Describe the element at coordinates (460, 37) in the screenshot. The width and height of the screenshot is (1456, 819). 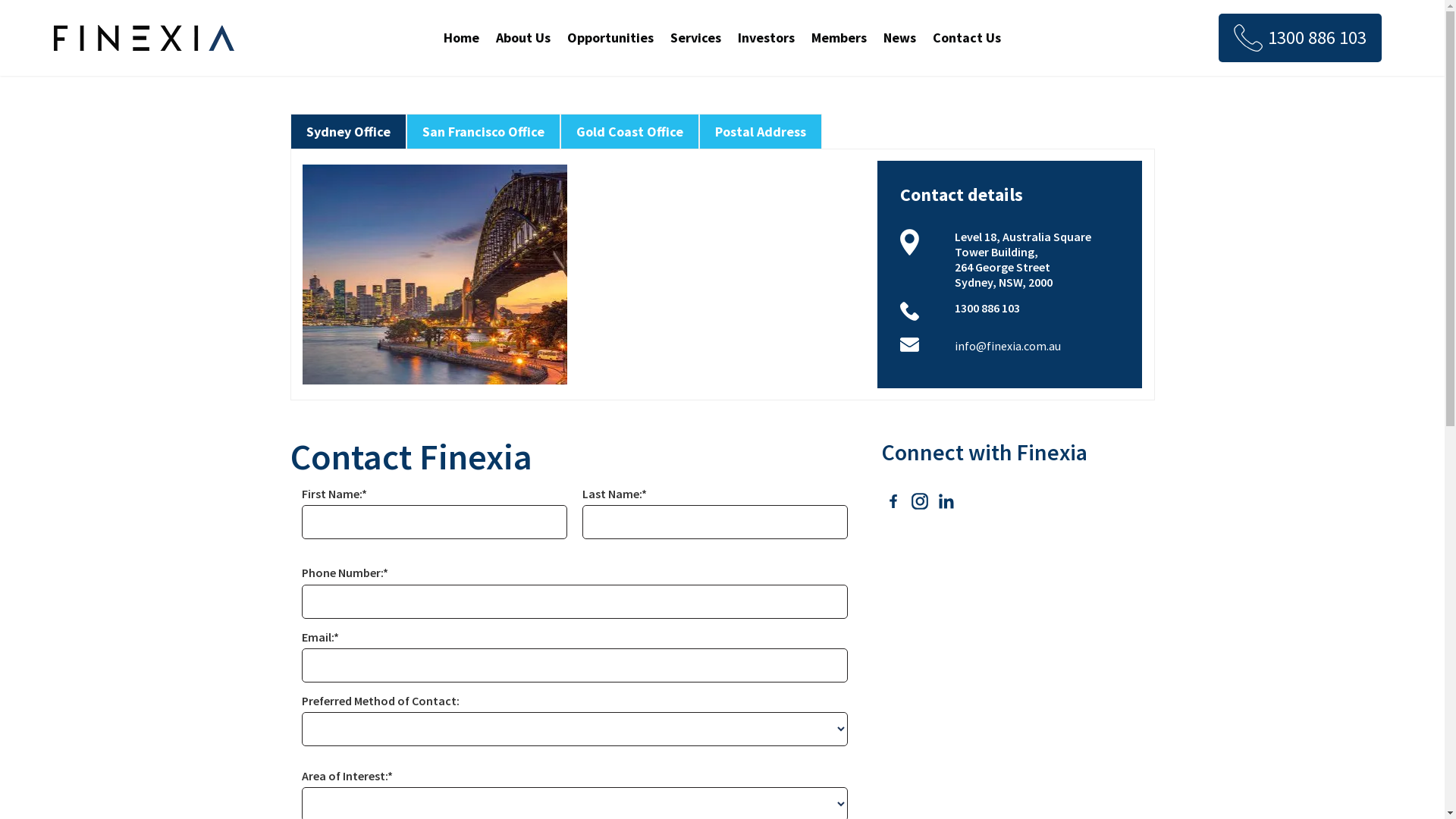
I see `'Home'` at that location.